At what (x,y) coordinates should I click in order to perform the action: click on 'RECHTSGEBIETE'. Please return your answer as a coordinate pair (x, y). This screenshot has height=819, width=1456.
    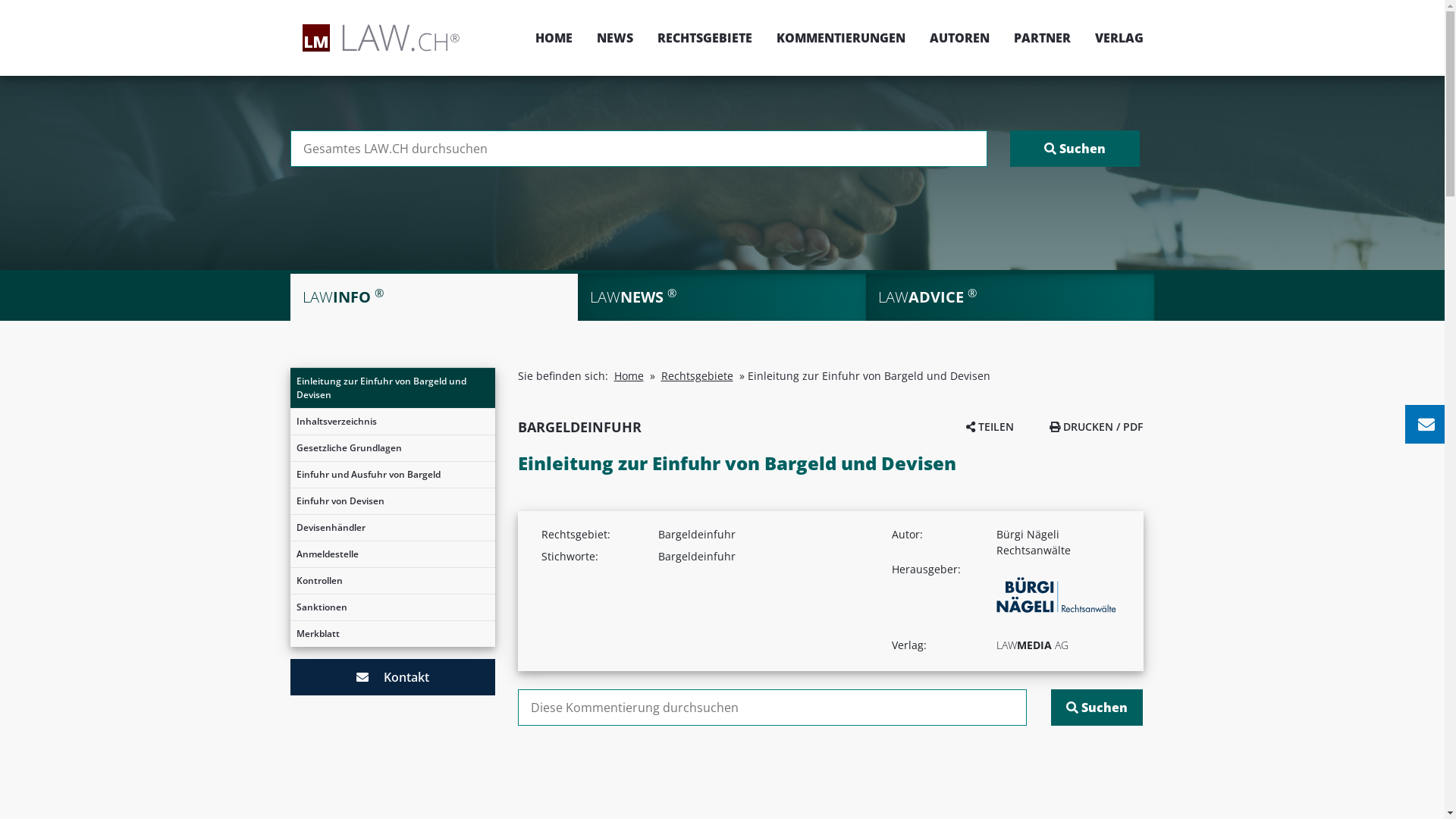
    Looking at the image, I should click on (703, 37).